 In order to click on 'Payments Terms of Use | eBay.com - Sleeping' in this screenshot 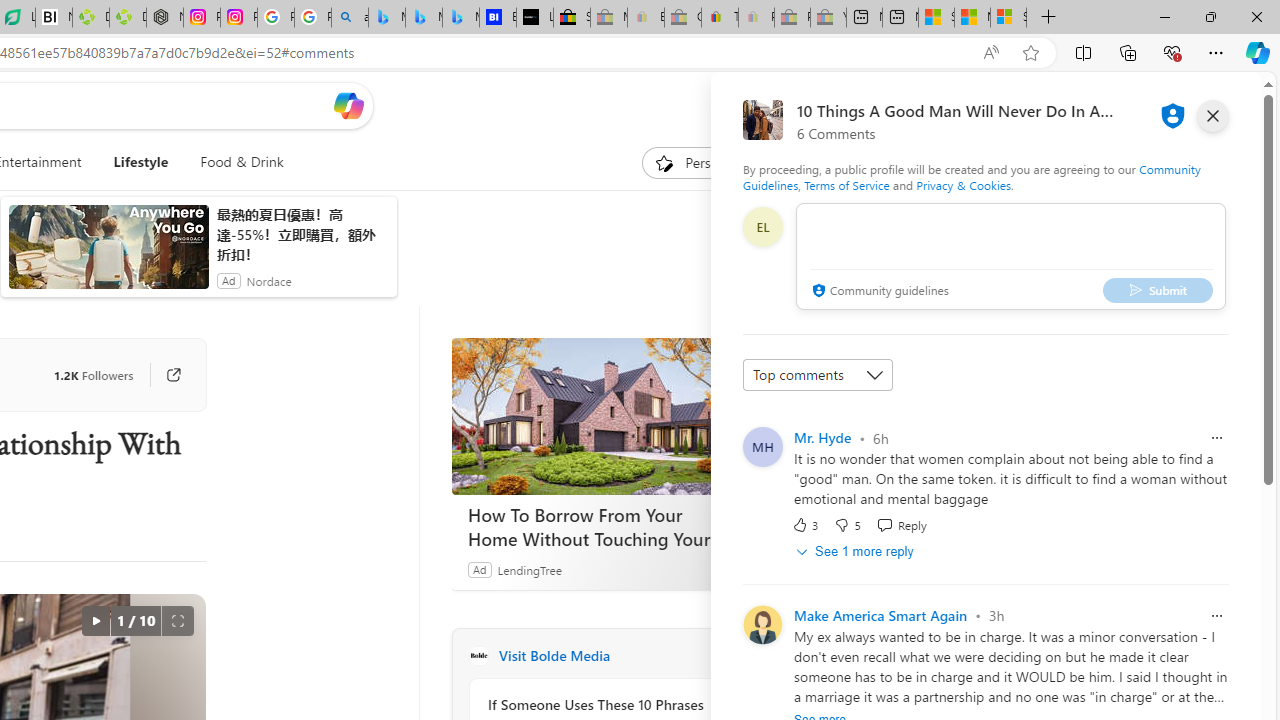, I will do `click(755, 17)`.